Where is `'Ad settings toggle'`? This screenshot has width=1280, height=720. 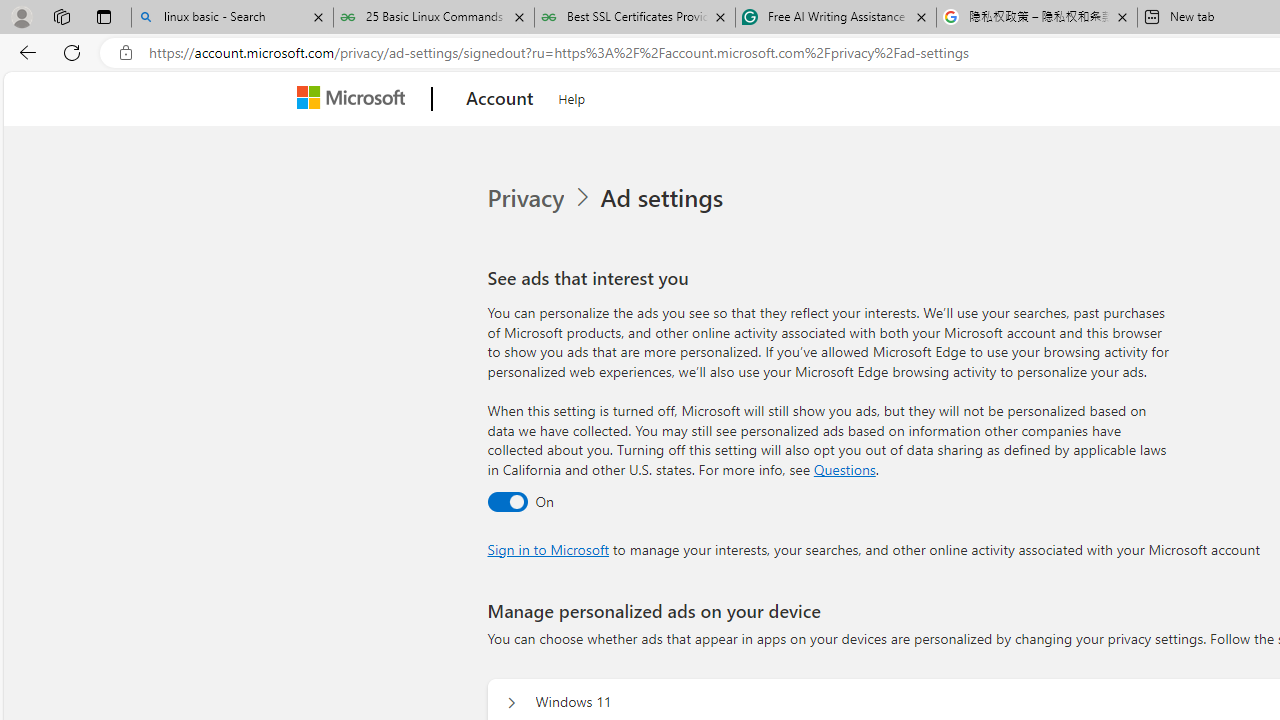 'Ad settings toggle' is located at coordinates (506, 500).